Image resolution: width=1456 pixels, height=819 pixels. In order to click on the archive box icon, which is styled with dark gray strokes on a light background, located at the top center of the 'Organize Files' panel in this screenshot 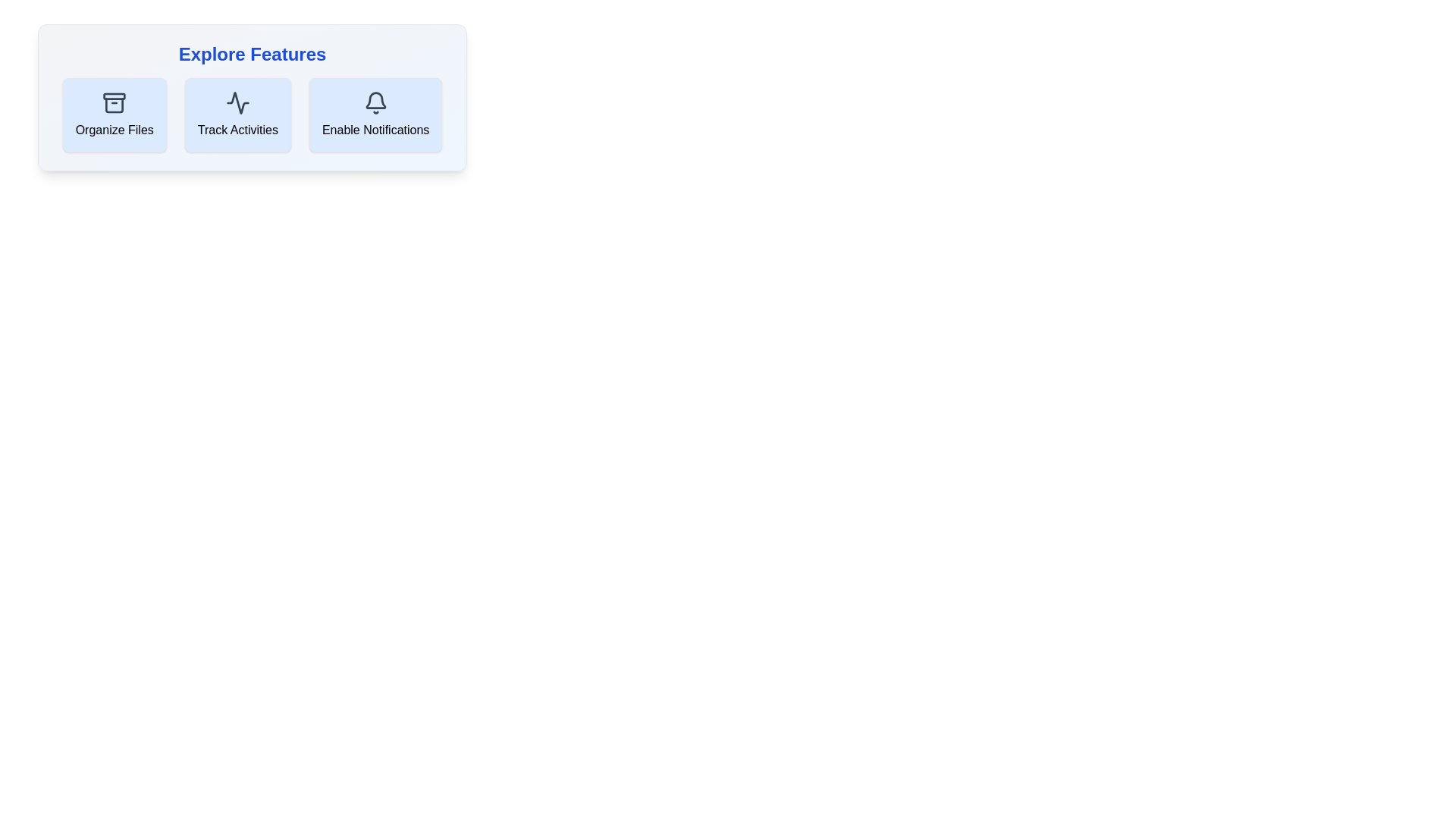, I will do `click(114, 102)`.